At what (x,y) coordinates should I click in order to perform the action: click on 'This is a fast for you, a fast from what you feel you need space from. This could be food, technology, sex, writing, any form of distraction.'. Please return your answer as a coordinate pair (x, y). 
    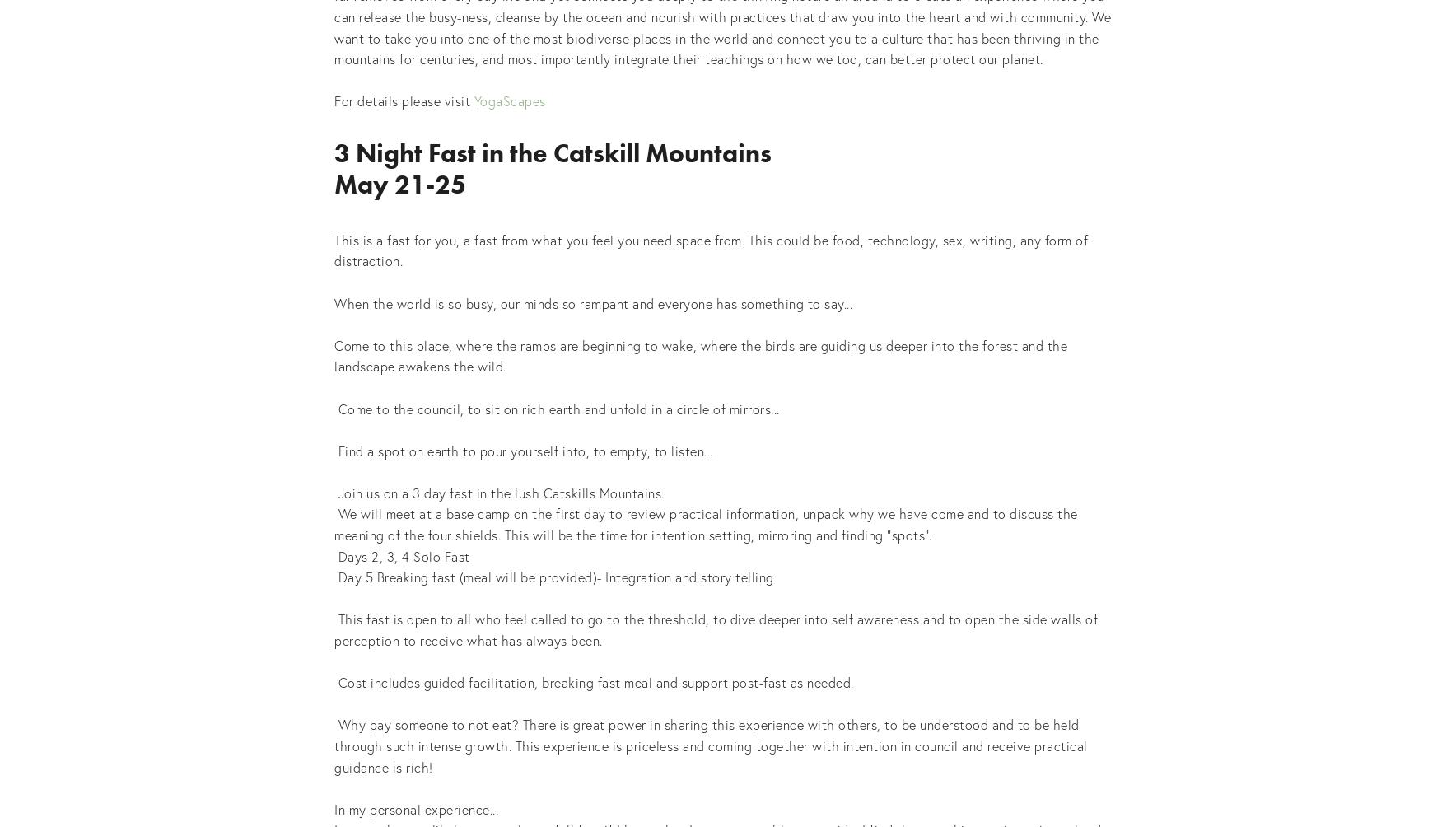
    Looking at the image, I should click on (712, 250).